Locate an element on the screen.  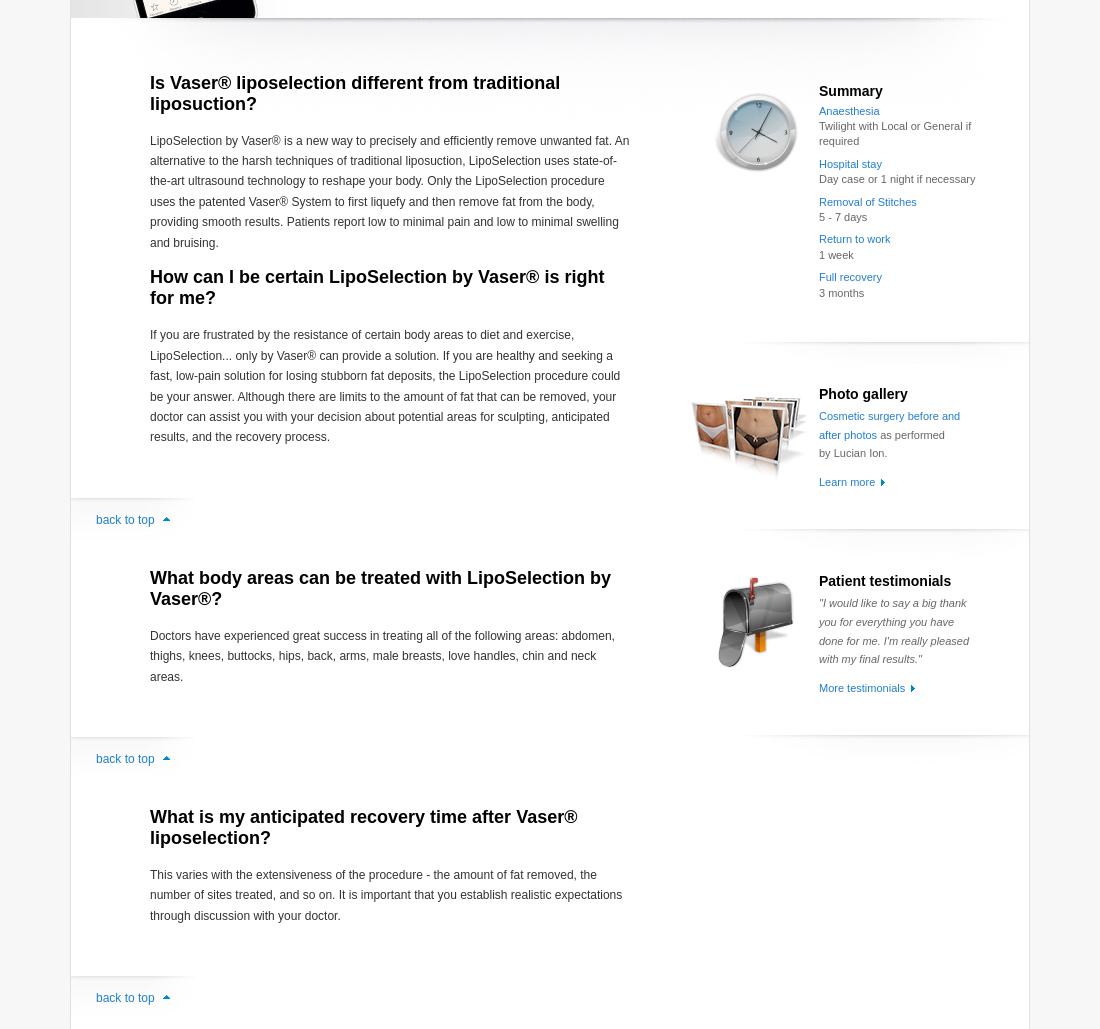
'as performed' is located at coordinates (910, 433).